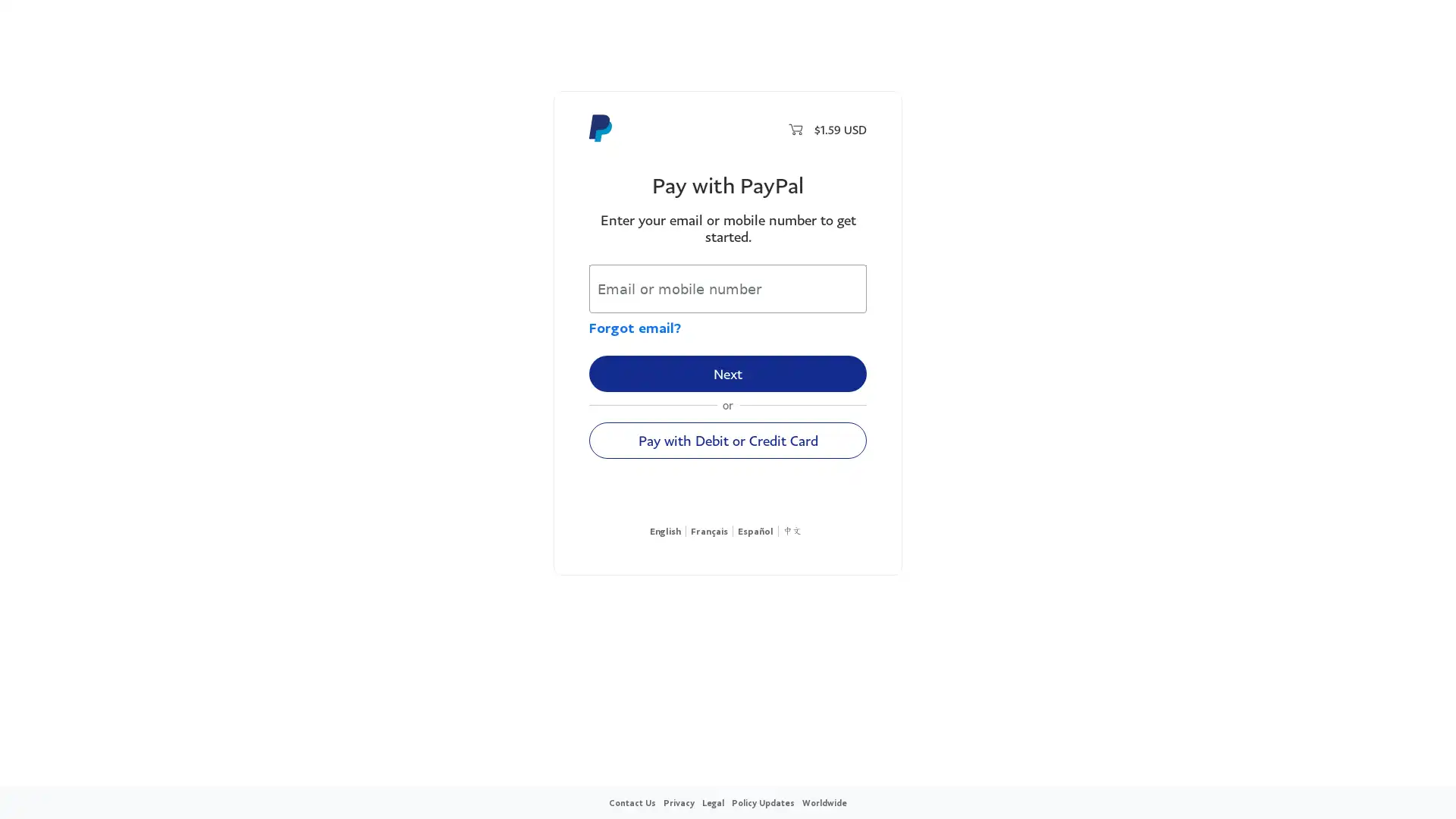  What do you see at coordinates (728, 441) in the screenshot?
I see `Pay with Debit or Credit Card` at bounding box center [728, 441].